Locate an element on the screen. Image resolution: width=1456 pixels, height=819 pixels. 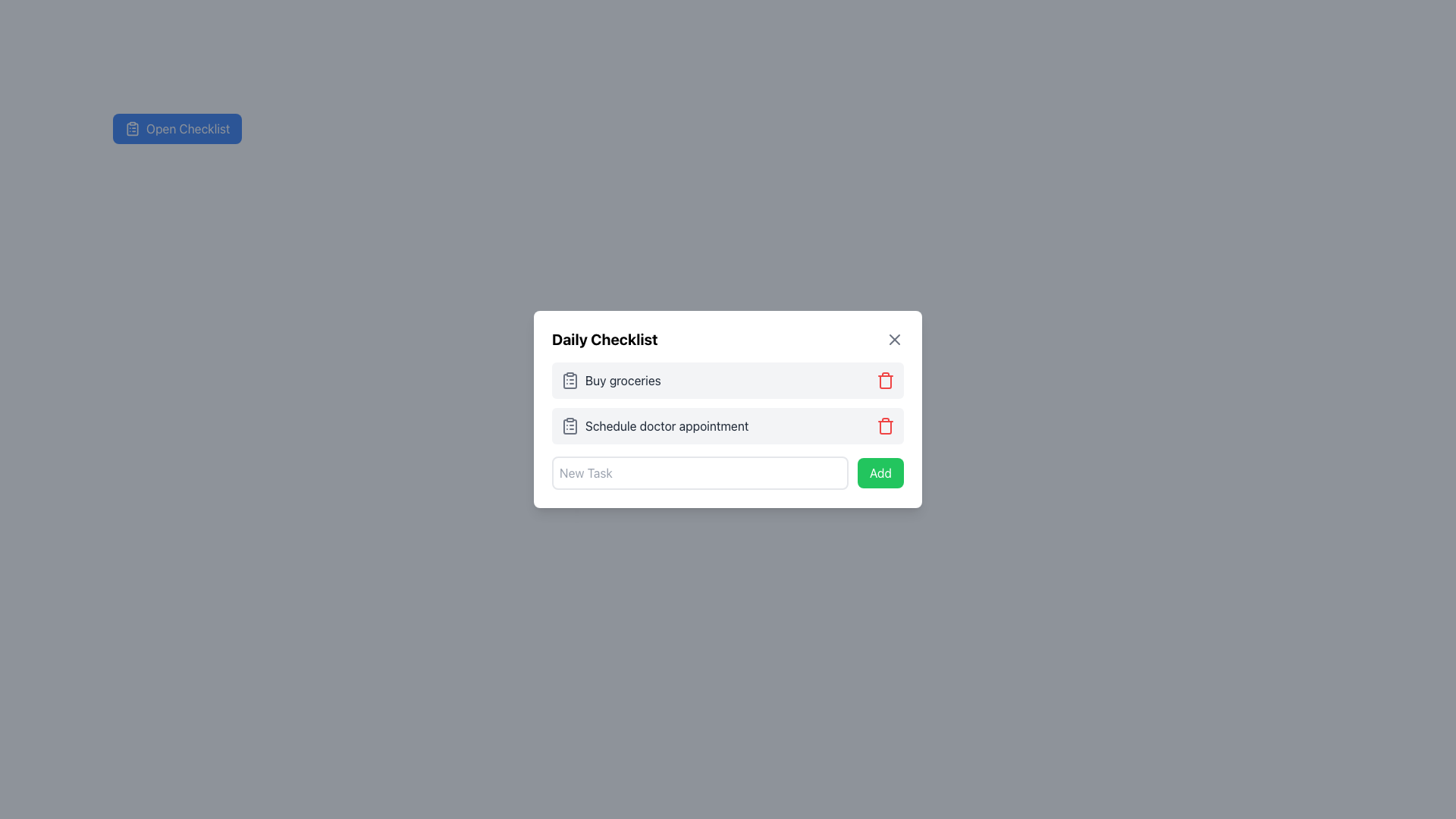
the button with blue background and white text 'Open Checklist' is located at coordinates (177, 127).